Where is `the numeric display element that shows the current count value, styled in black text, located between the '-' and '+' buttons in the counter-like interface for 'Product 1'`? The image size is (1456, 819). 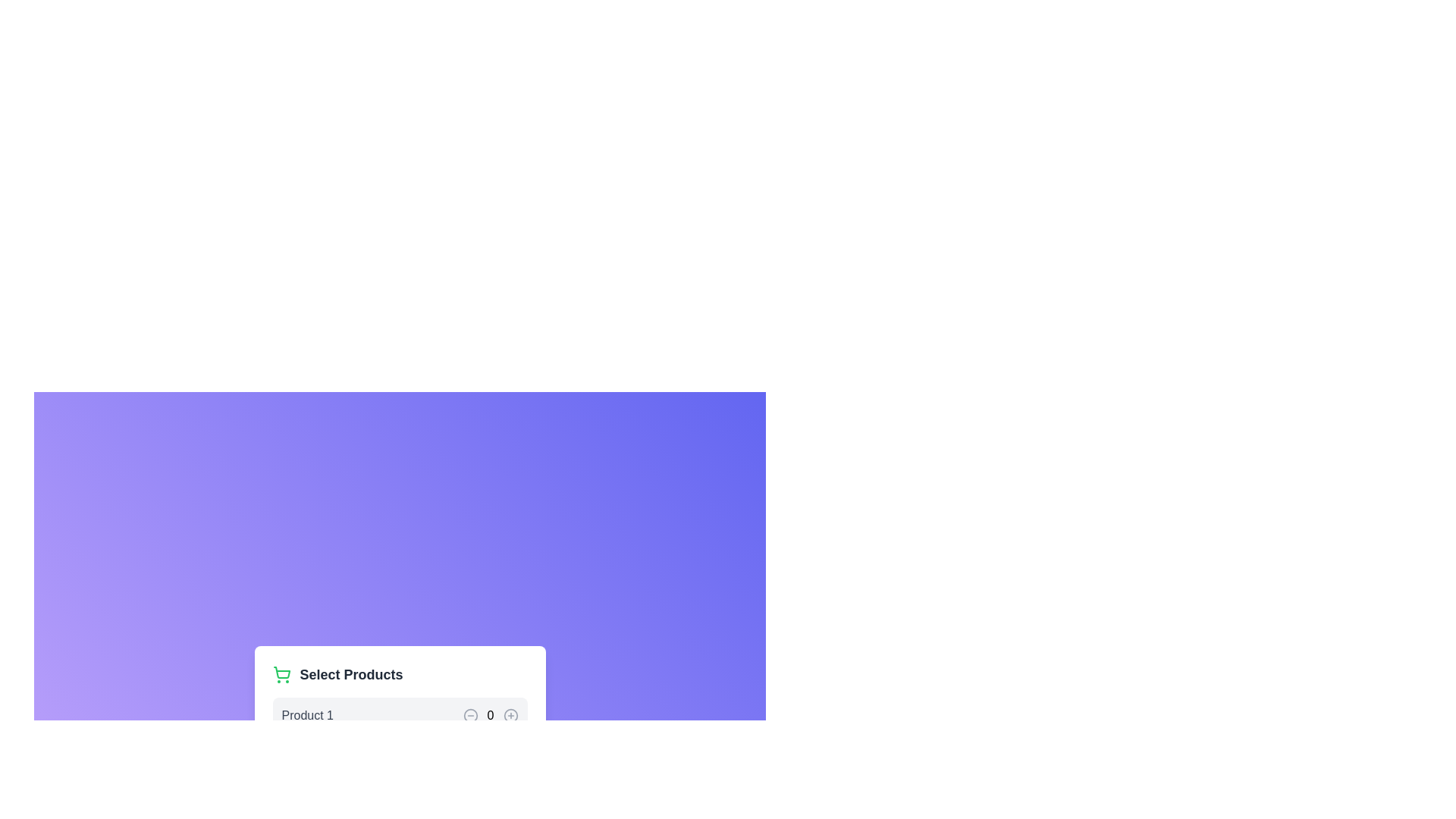 the numeric display element that shows the current count value, styled in black text, located between the '-' and '+' buttons in the counter-like interface for 'Product 1' is located at coordinates (491, 716).